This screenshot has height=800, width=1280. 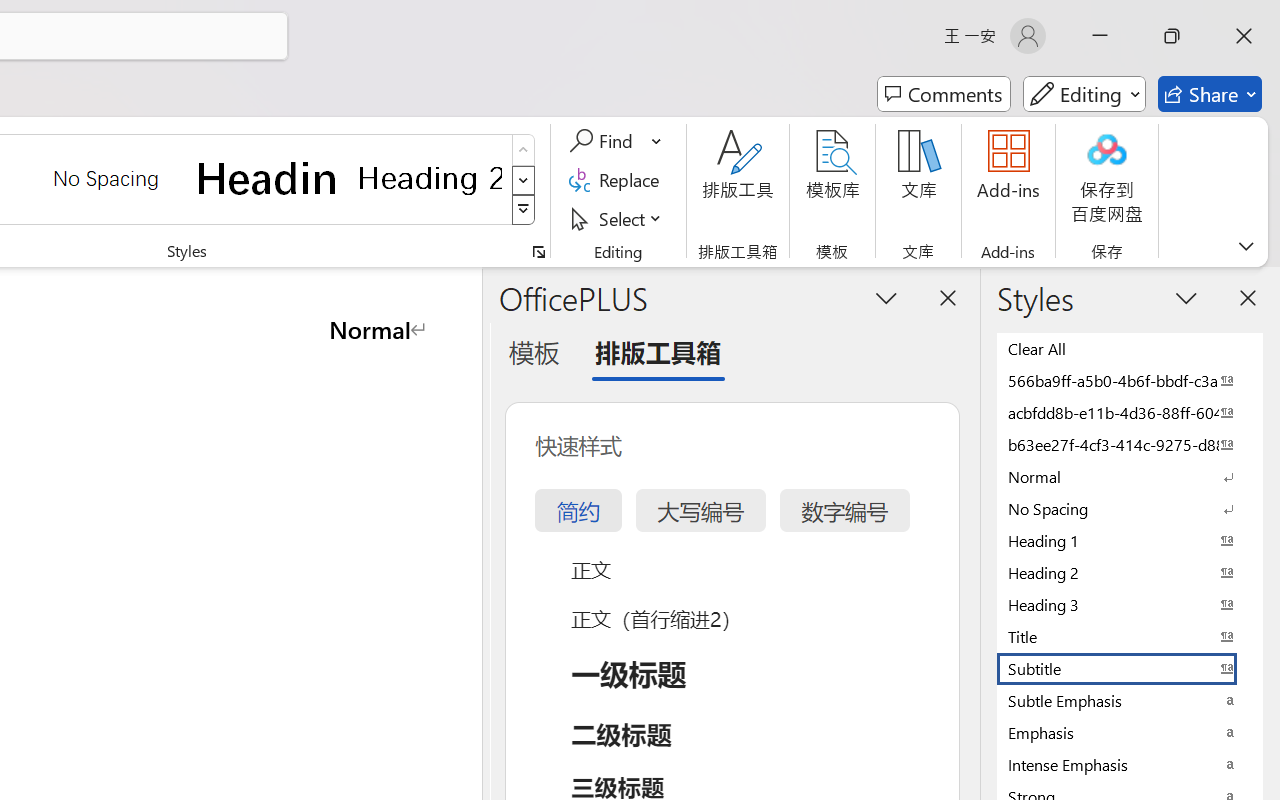 I want to click on 'Normal', so click(x=1130, y=476).